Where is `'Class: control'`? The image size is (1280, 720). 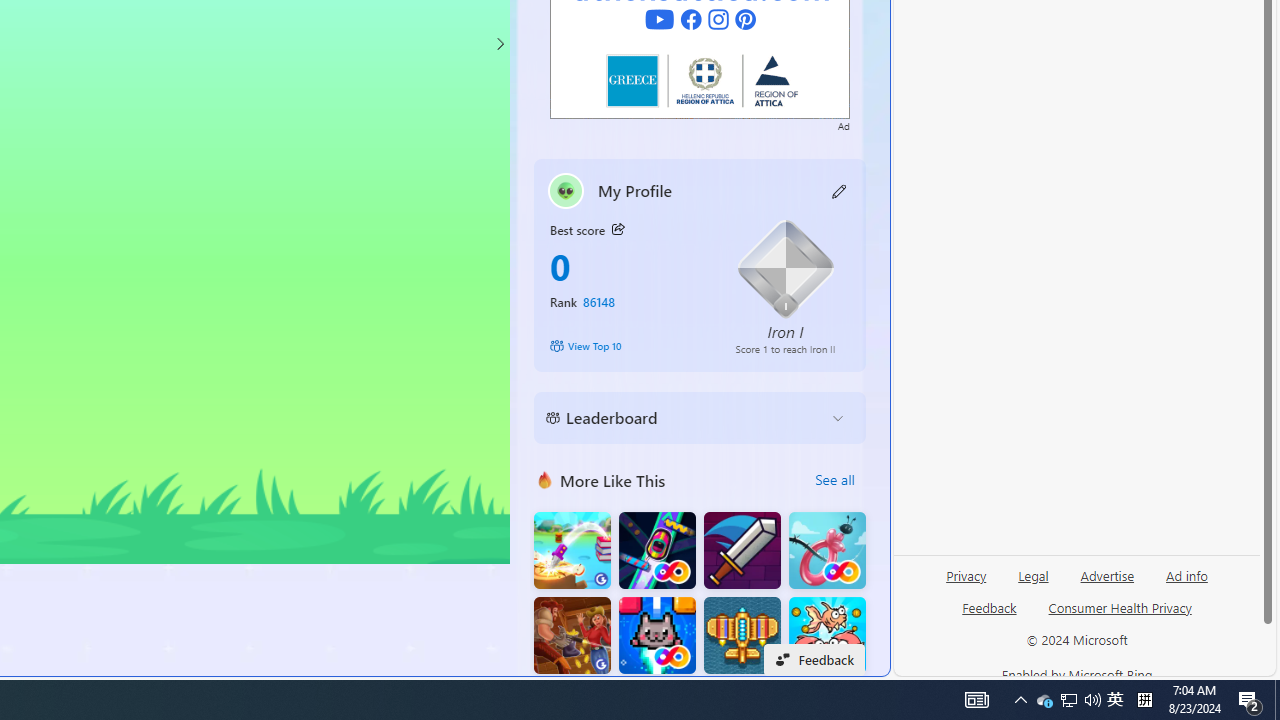
'Class: control' is located at coordinates (499, 43).